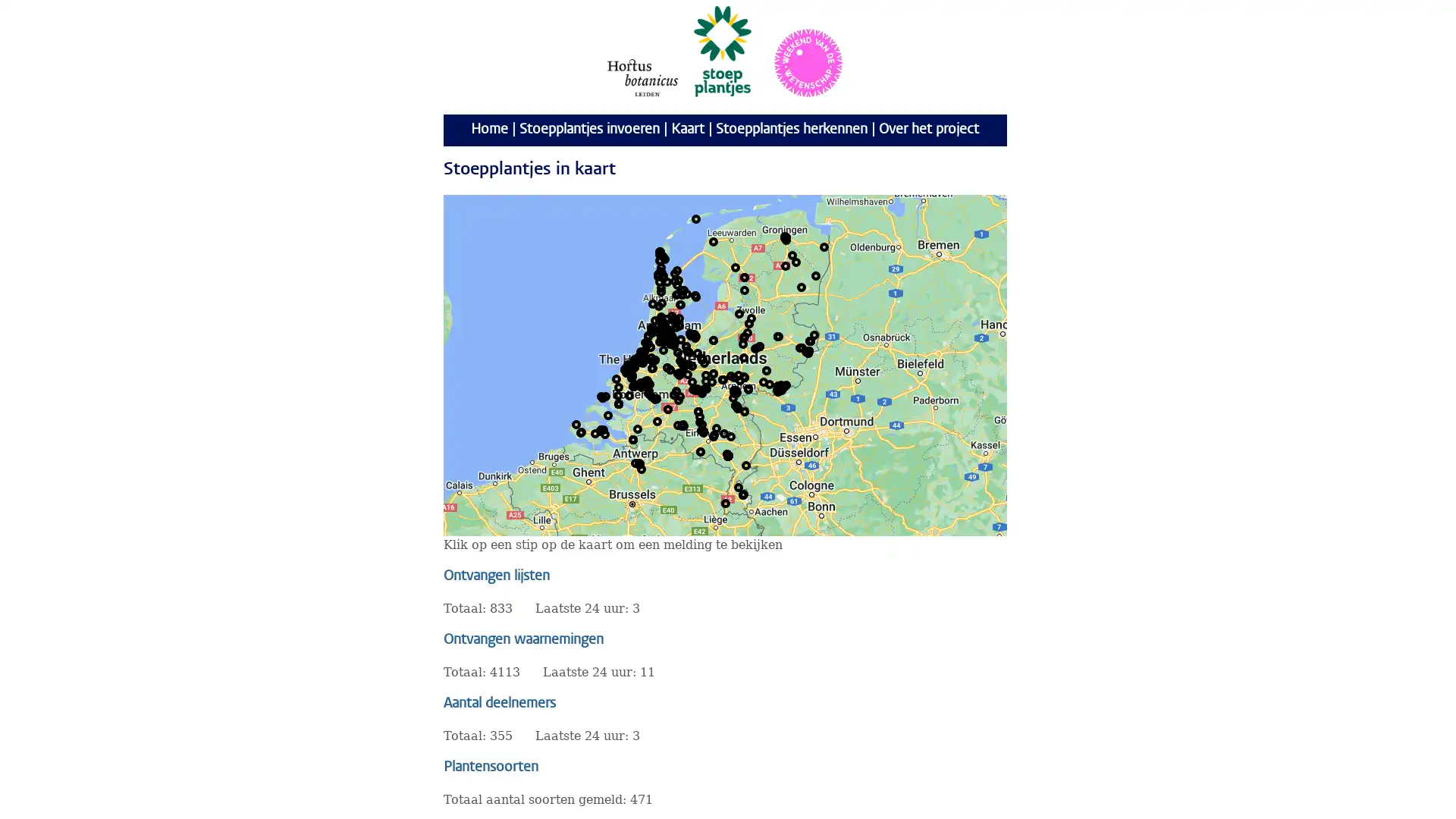  Describe the element at coordinates (749, 322) in the screenshot. I see `Telling van Leida op 08 april 2022` at that location.